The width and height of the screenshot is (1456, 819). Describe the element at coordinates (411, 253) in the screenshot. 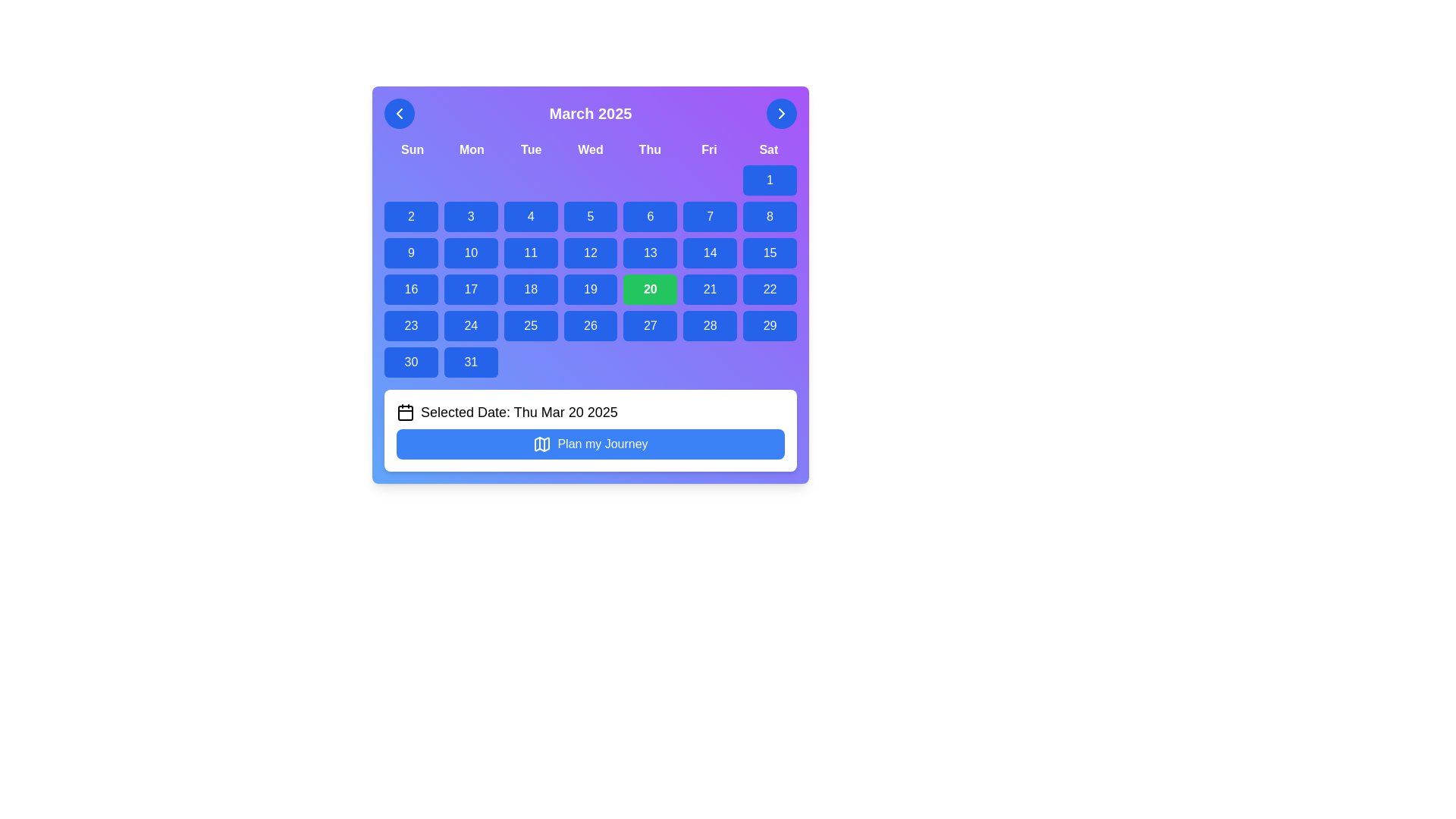

I see `the blue rectangular button displaying the number '9'` at that location.